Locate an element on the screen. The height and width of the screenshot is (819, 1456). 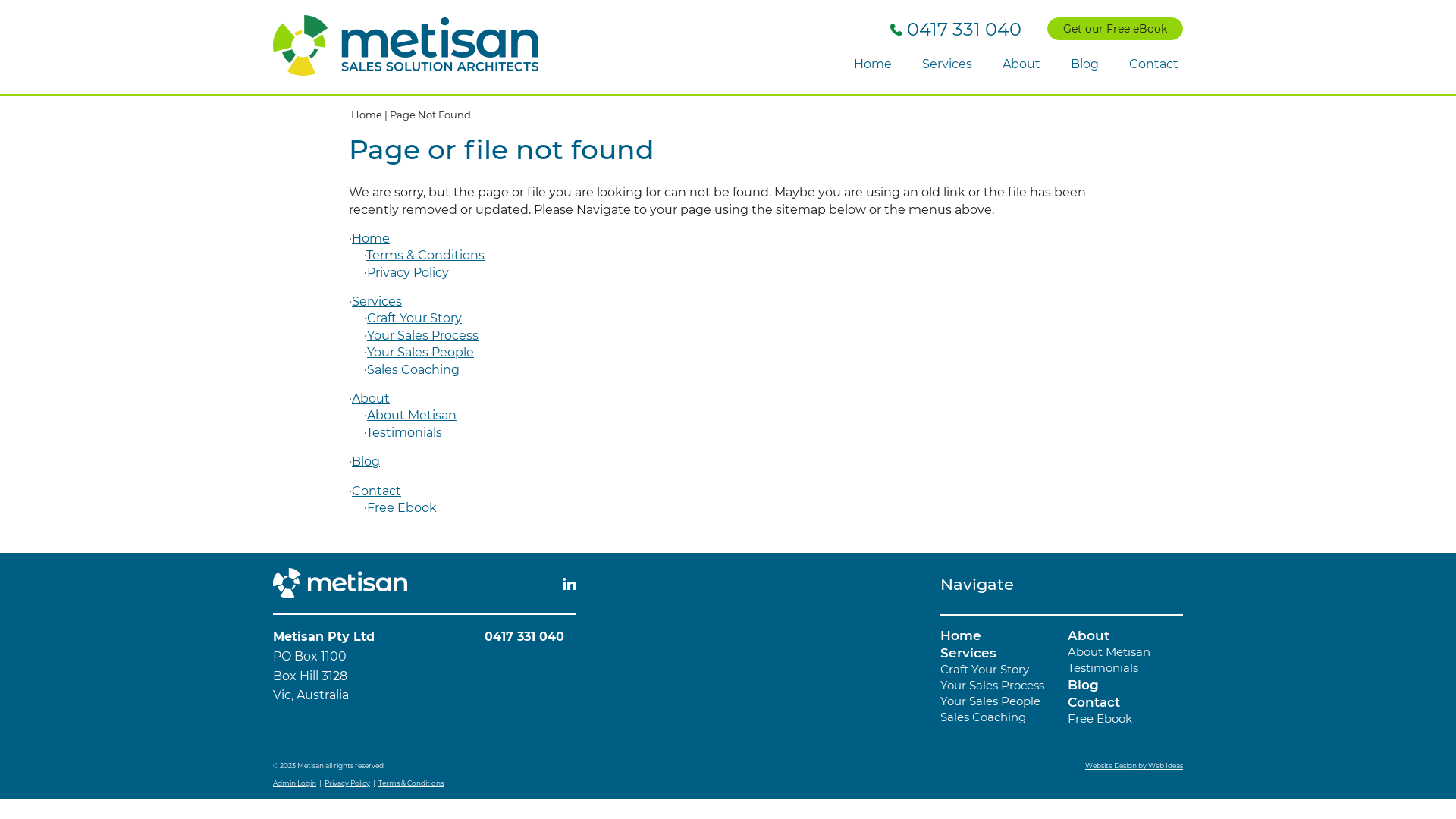
'Admin Login' is located at coordinates (294, 783).